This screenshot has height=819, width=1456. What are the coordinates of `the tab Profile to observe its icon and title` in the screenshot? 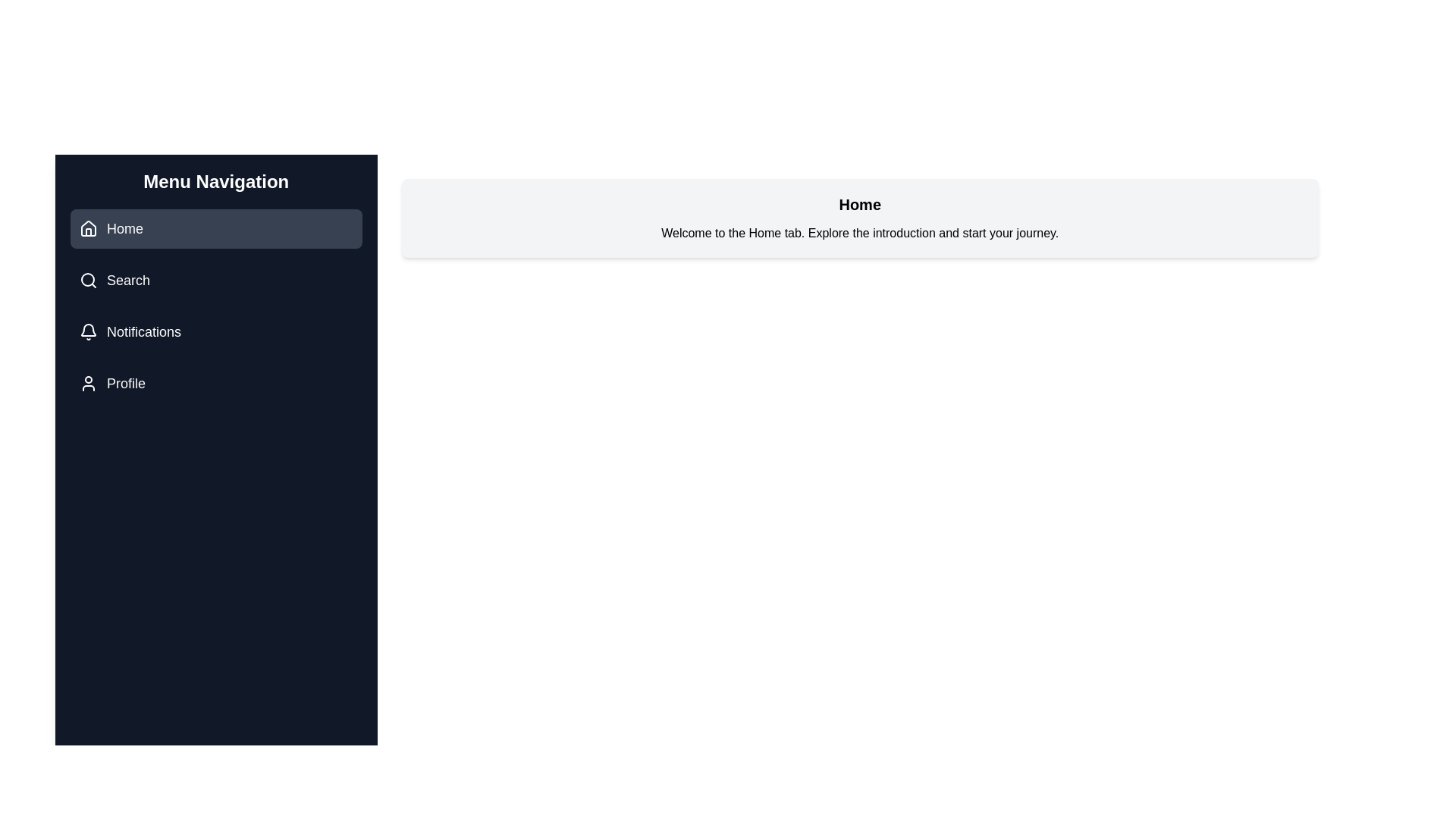 It's located at (215, 382).